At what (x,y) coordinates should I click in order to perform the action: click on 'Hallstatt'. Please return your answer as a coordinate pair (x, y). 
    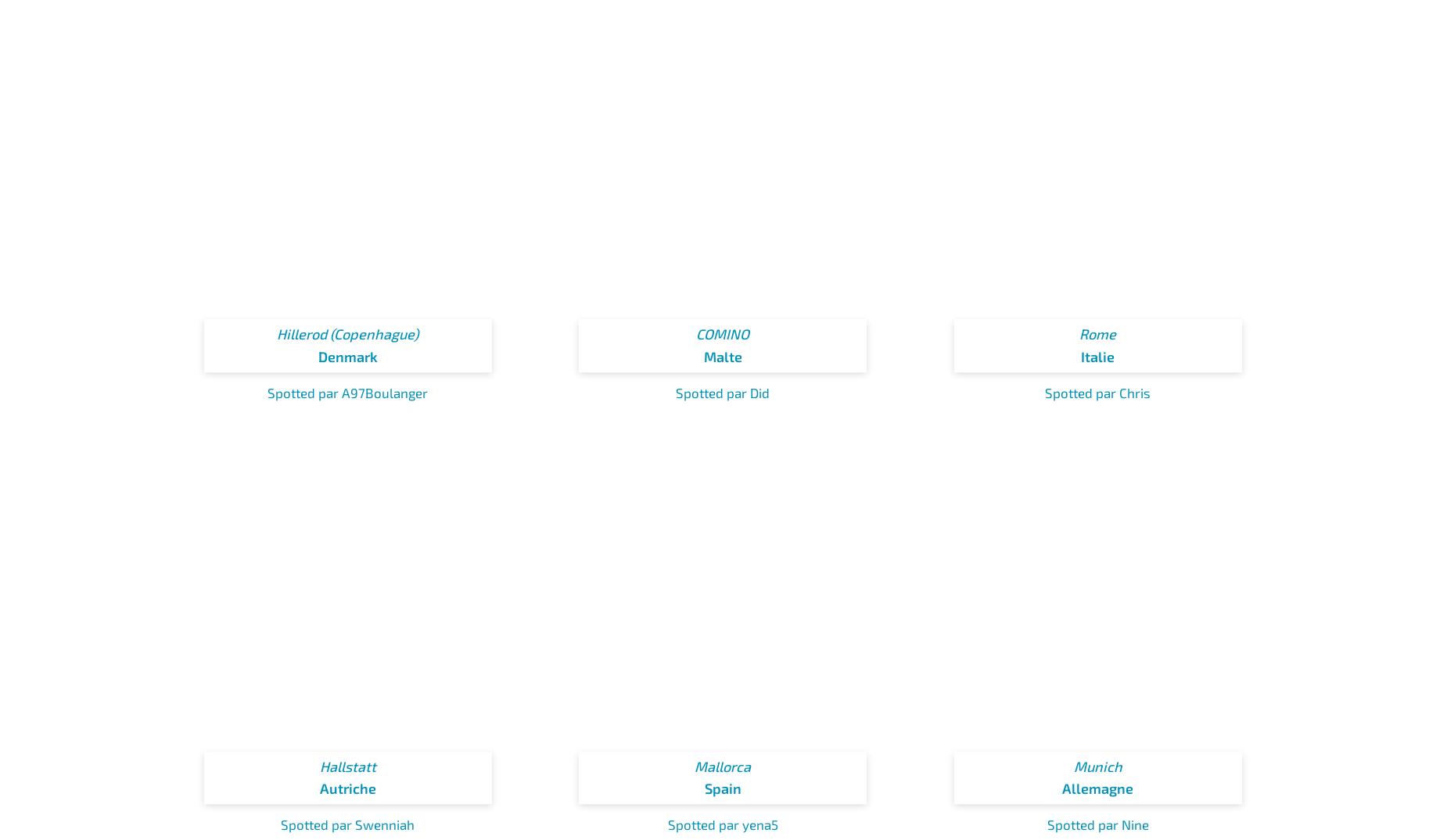
    Looking at the image, I should click on (346, 764).